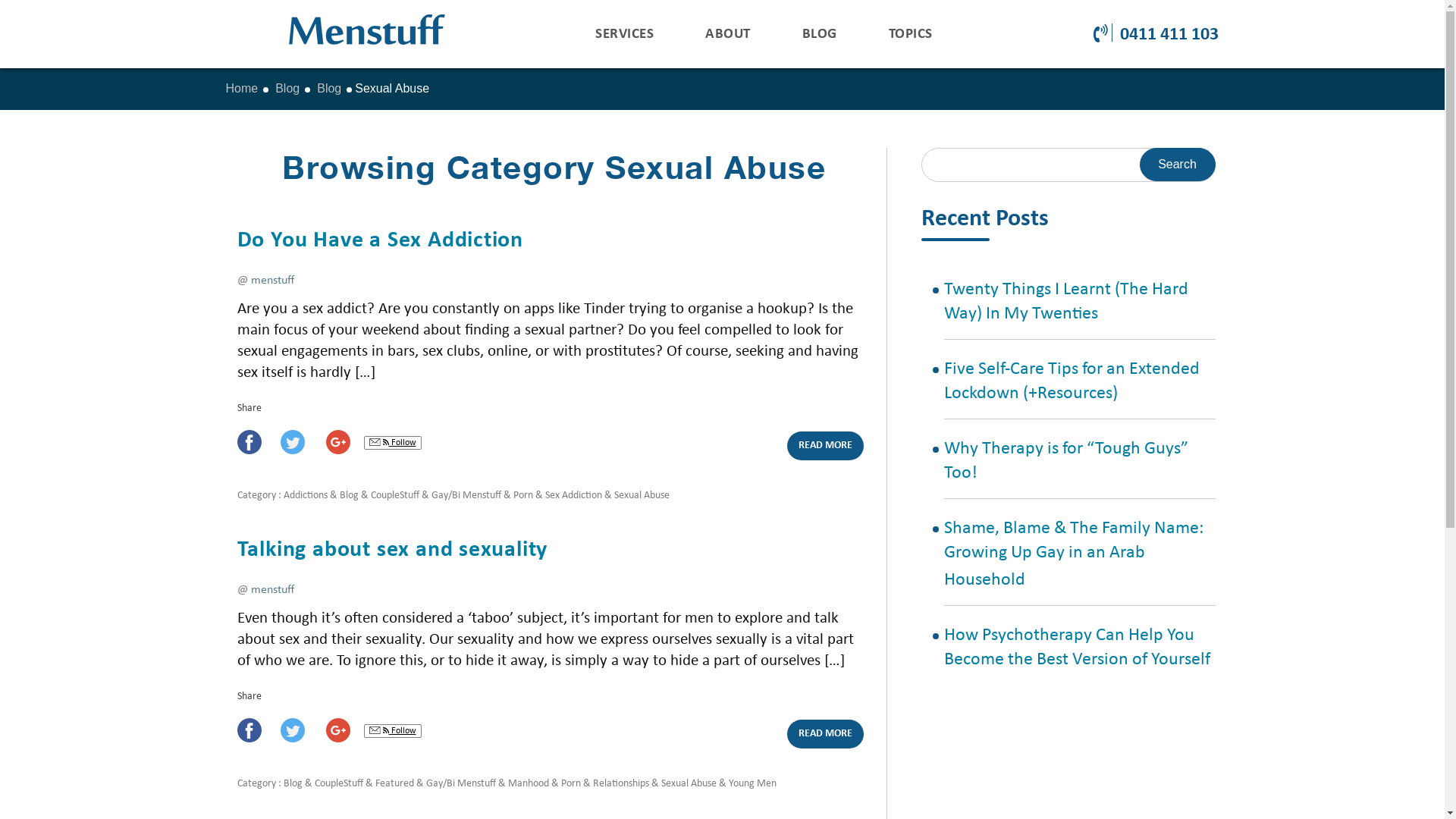 The image size is (1456, 819). What do you see at coordinates (1071, 380) in the screenshot?
I see `'Five Self-Care Tips for an Extended Lockdown (+Resources)'` at bounding box center [1071, 380].